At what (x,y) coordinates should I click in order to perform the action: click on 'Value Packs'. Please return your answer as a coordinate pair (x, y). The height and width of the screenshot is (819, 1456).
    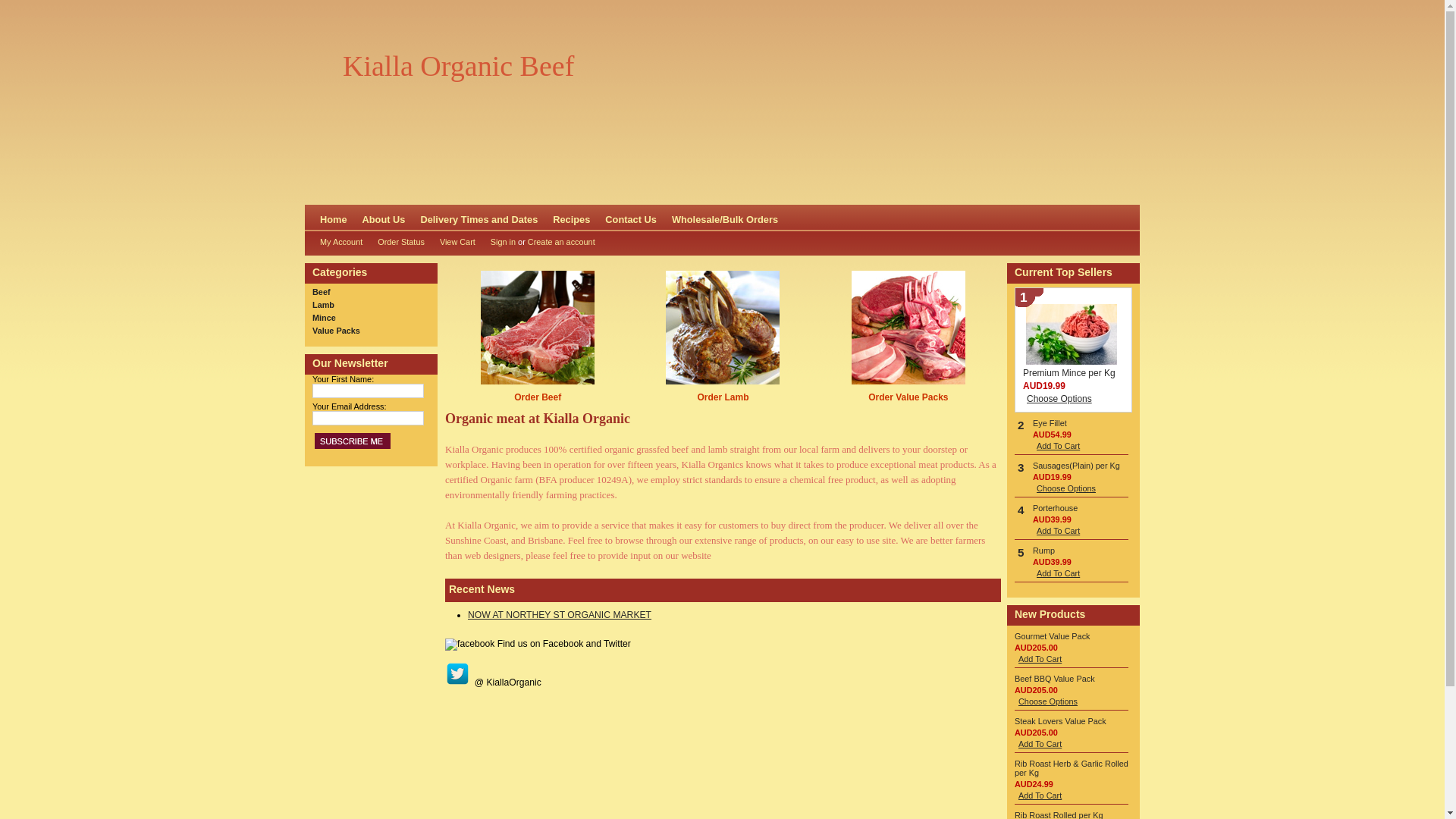
    Looking at the image, I should click on (335, 329).